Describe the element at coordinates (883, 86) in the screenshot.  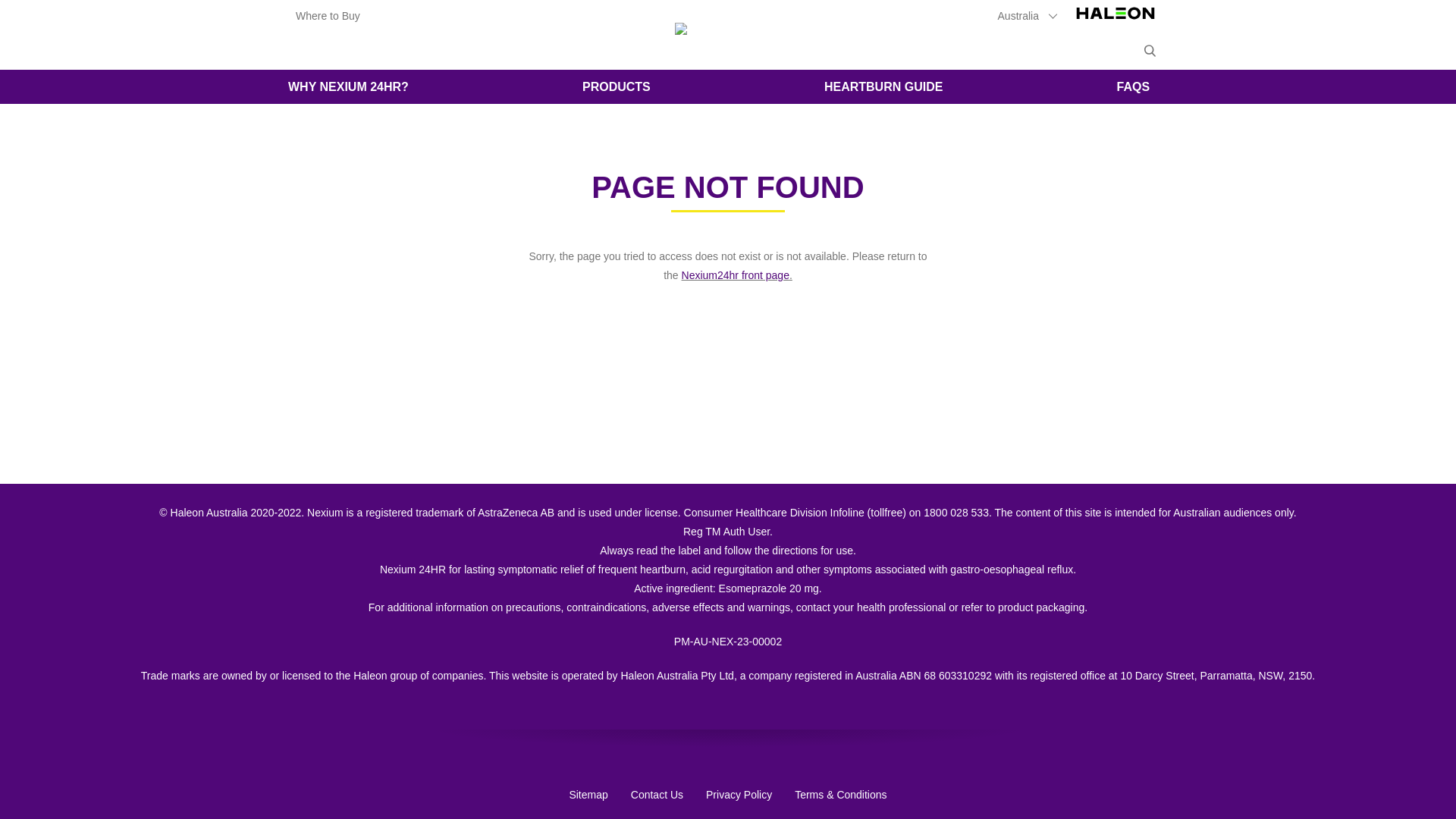
I see `'HEARTBURN GUIDE'` at that location.